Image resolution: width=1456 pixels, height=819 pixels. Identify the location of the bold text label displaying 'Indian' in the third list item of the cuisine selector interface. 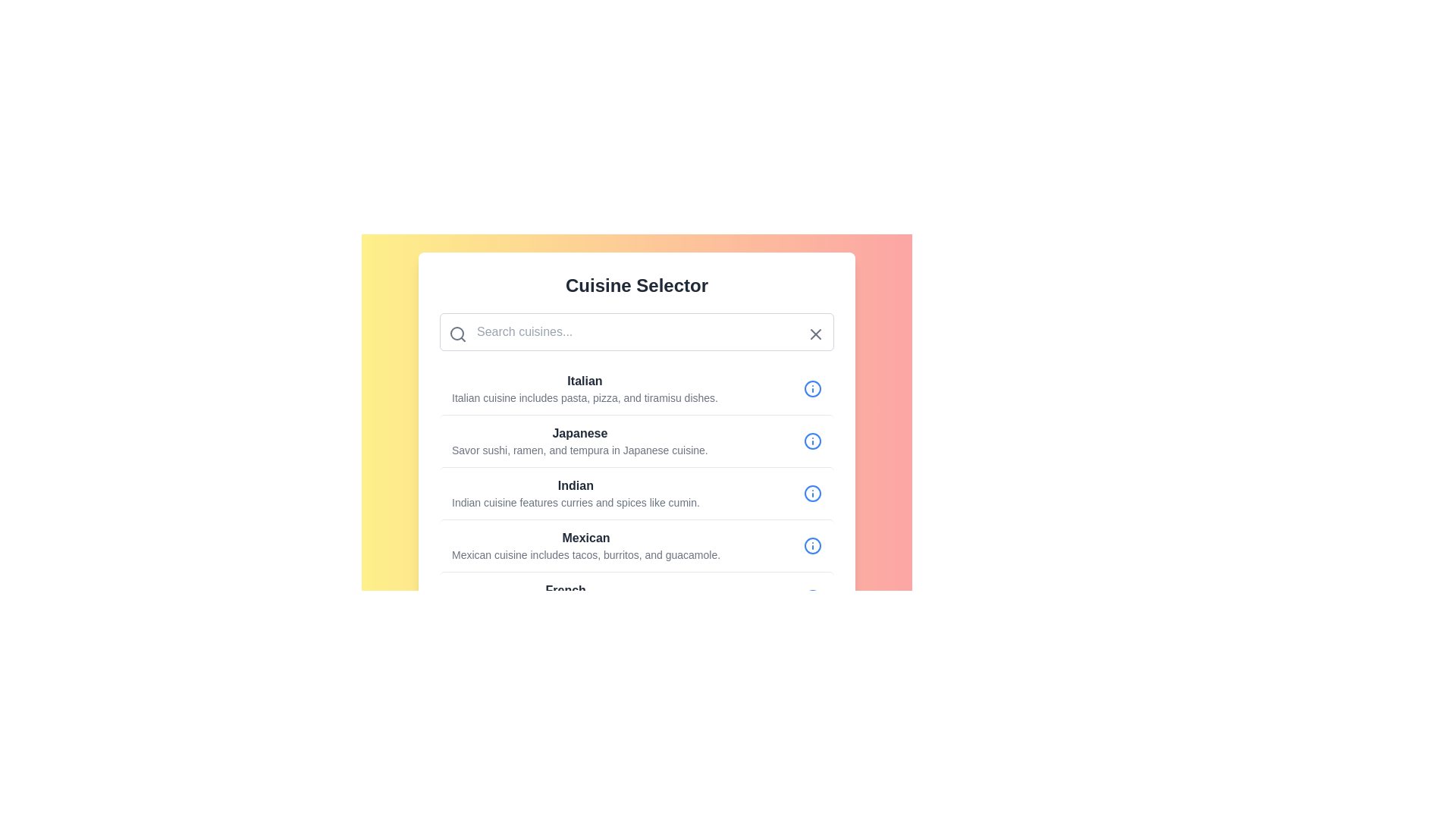
(575, 485).